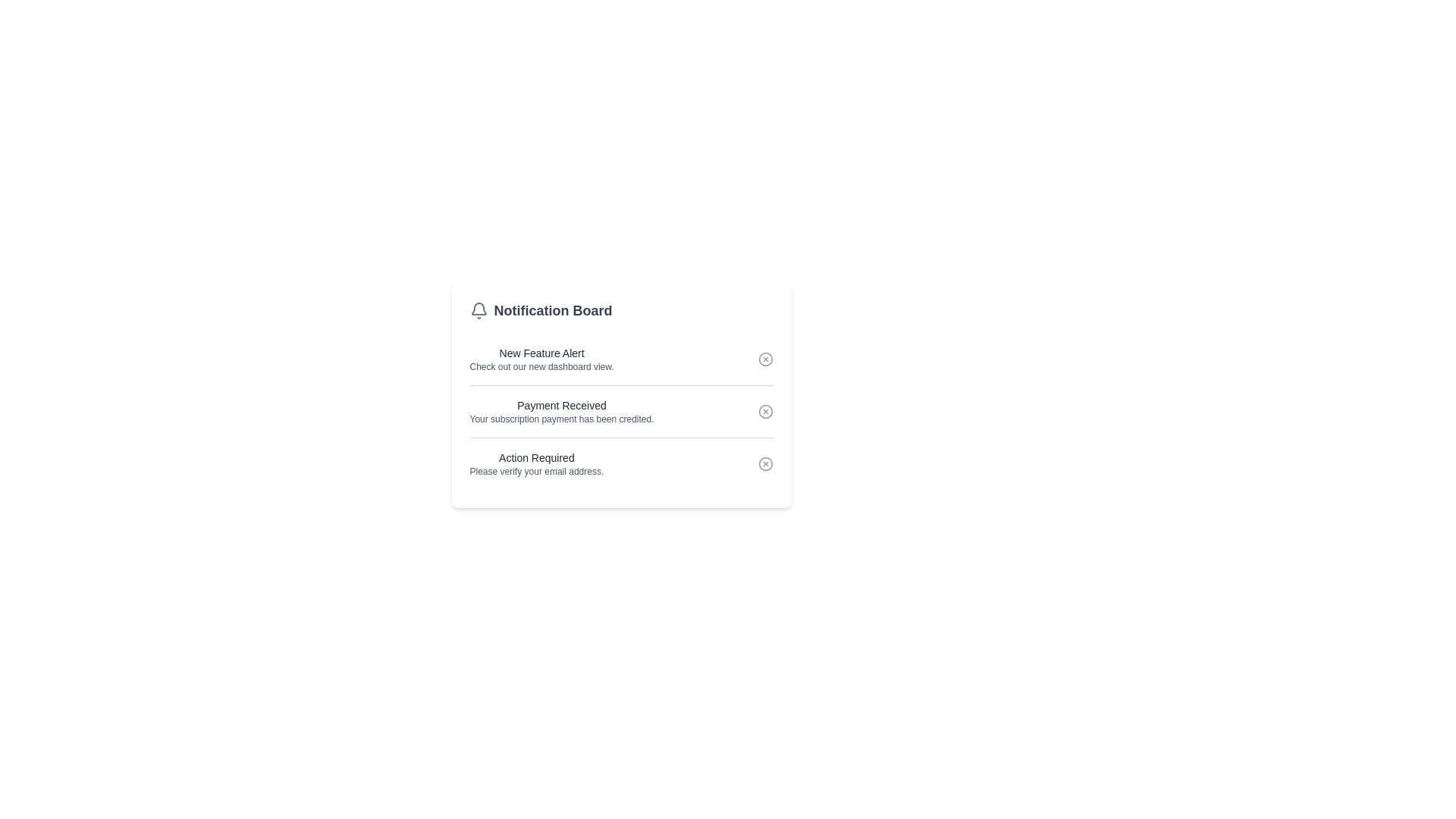  I want to click on the text label that reads 'Please verify your email address.' which is styled in a small font and light gray color, located directly below the bold heading 'Action Required', so click(536, 470).